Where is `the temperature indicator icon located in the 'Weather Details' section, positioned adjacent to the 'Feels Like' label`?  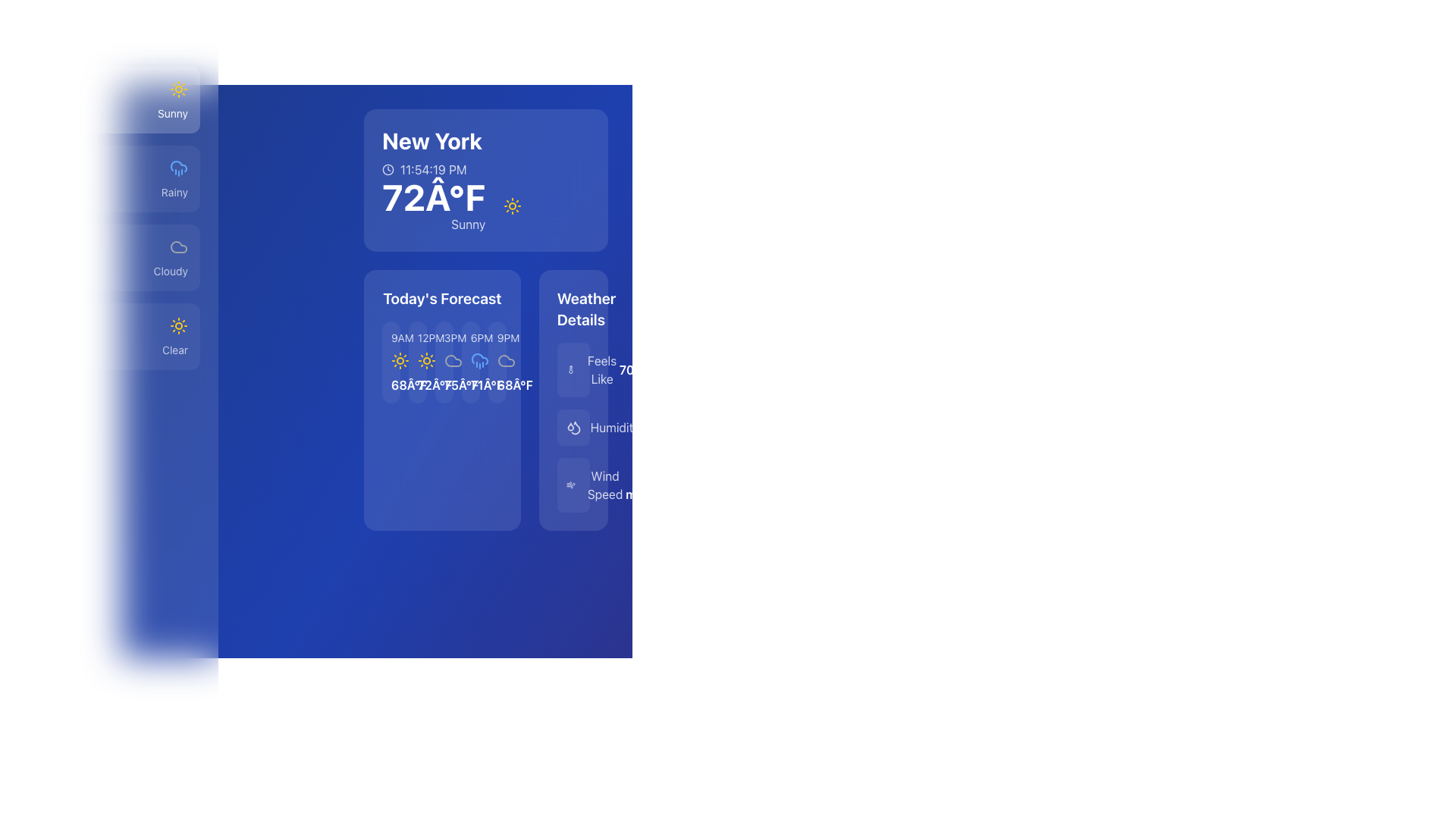 the temperature indicator icon located in the 'Weather Details' section, positioned adjacent to the 'Feels Like' label is located at coordinates (570, 370).